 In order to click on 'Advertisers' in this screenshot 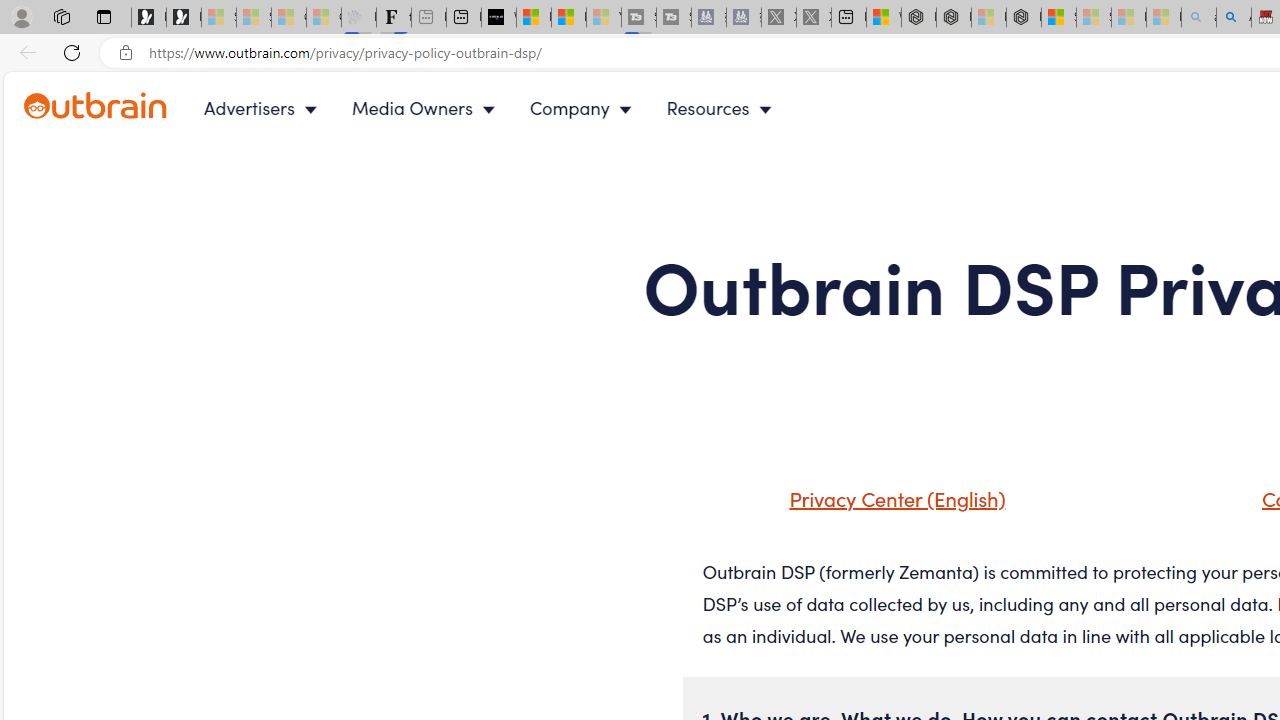, I will do `click(263, 108)`.